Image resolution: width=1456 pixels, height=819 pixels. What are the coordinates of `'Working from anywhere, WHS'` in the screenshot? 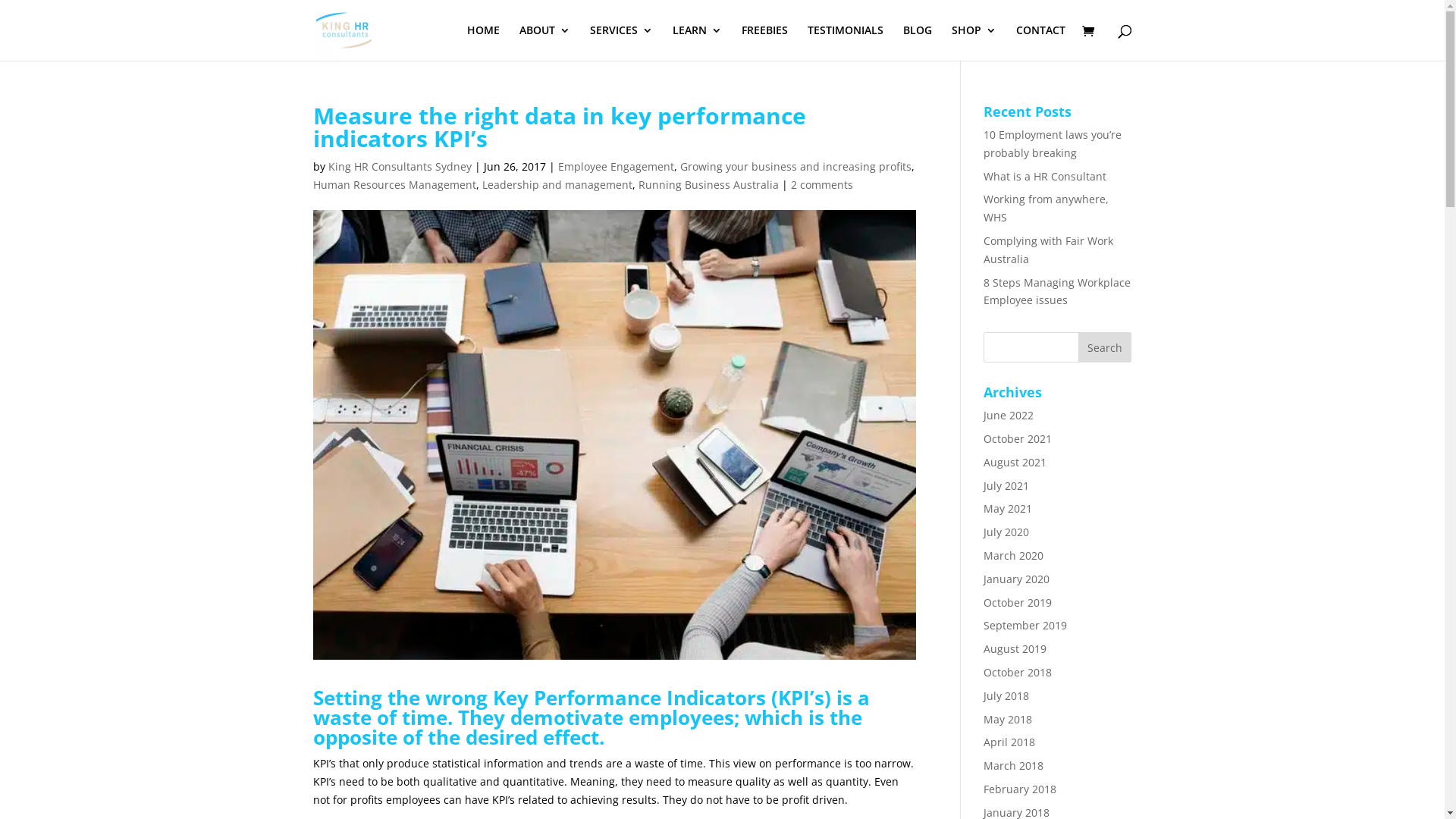 It's located at (1045, 208).